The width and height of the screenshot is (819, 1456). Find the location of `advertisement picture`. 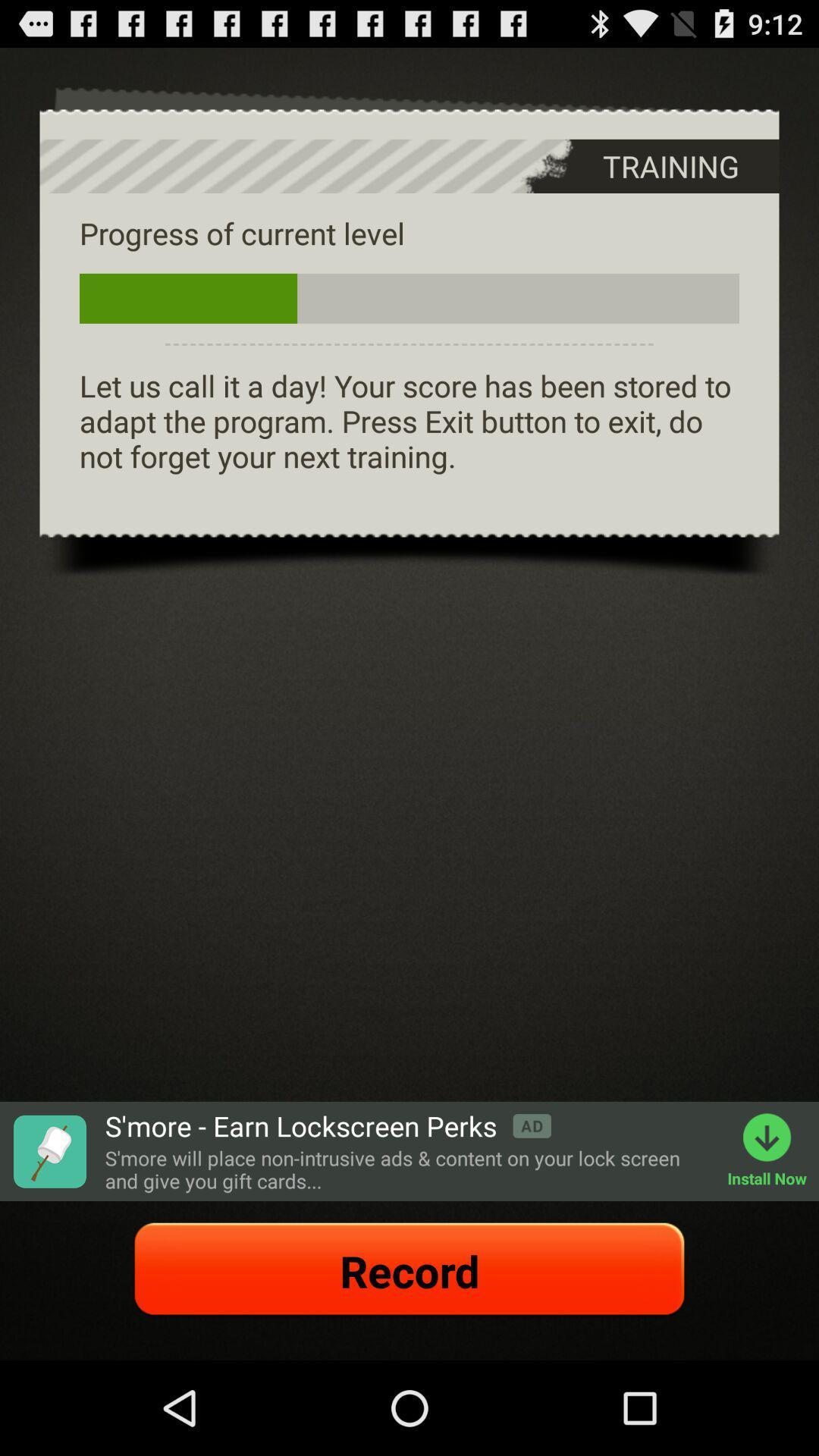

advertisement picture is located at coordinates (49, 1151).